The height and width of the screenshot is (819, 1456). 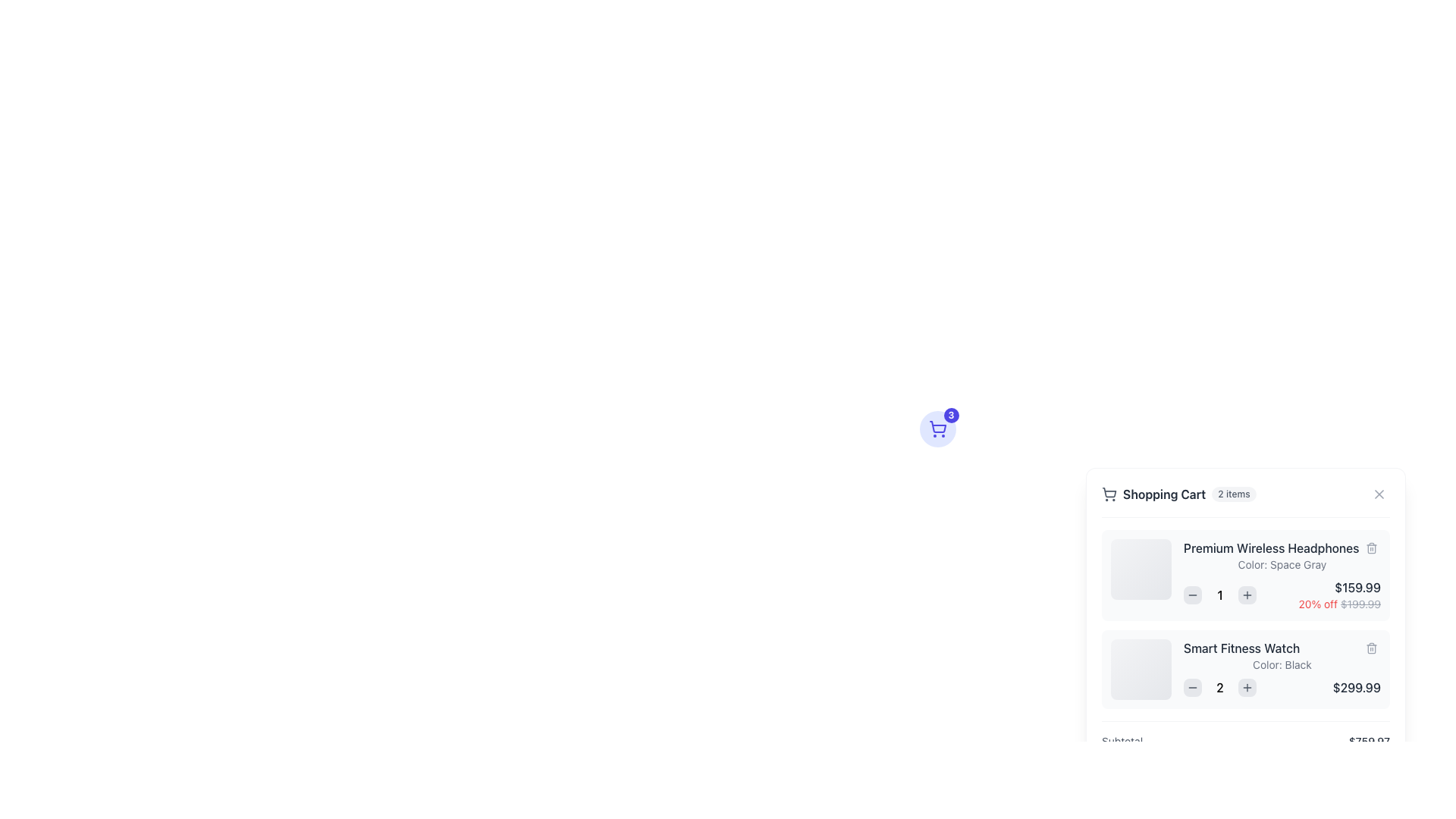 What do you see at coordinates (1219, 595) in the screenshot?
I see `the quantity display label for the 'Premium Wireless Headphones' item in the shopping cart interface, located between the decrement and increment buttons` at bounding box center [1219, 595].